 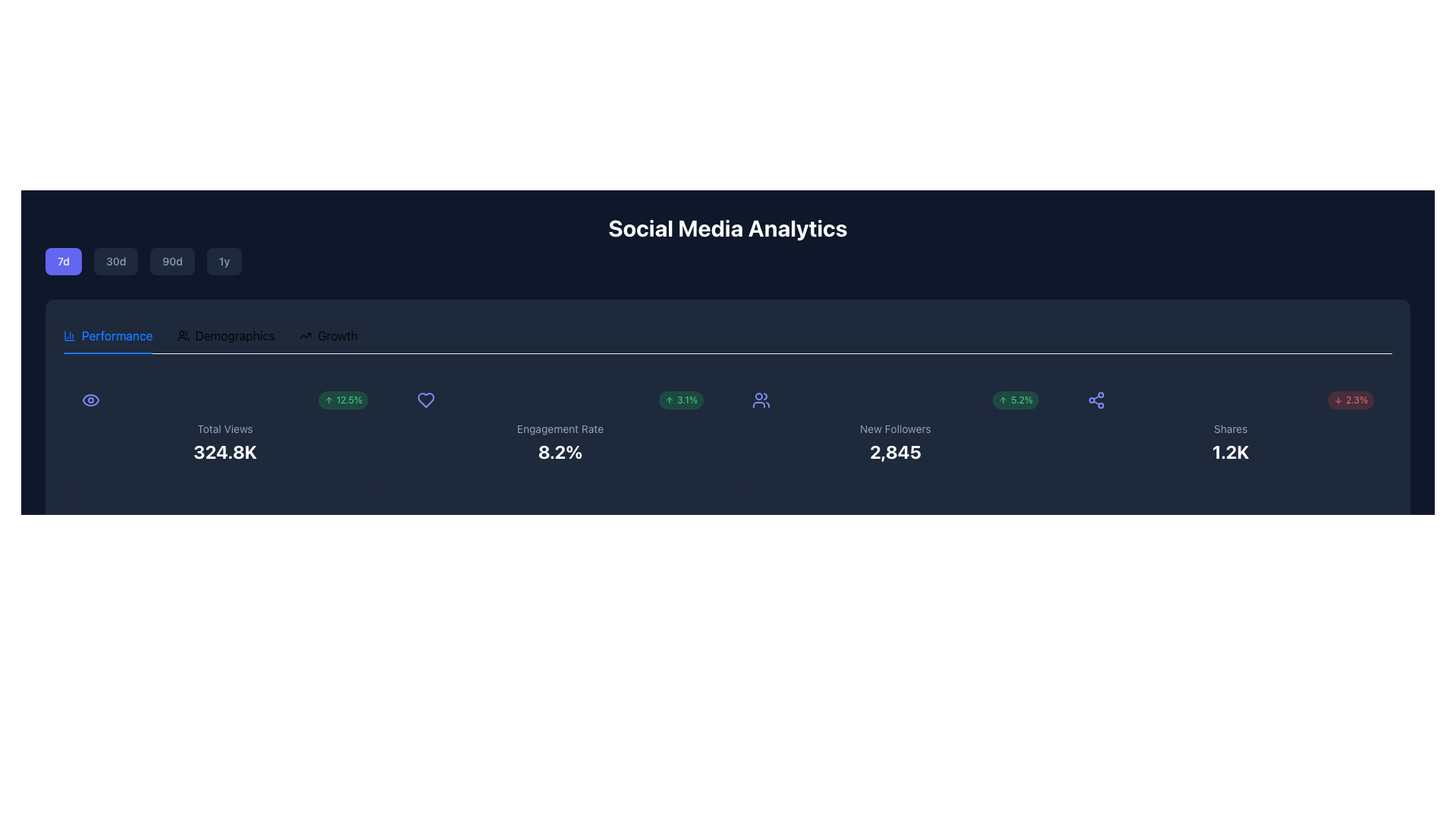 What do you see at coordinates (328, 400) in the screenshot?
I see `the small upward-pointing light green arrow icon located to the left side of the '12.5%' badge in the 'Performance' section` at bounding box center [328, 400].